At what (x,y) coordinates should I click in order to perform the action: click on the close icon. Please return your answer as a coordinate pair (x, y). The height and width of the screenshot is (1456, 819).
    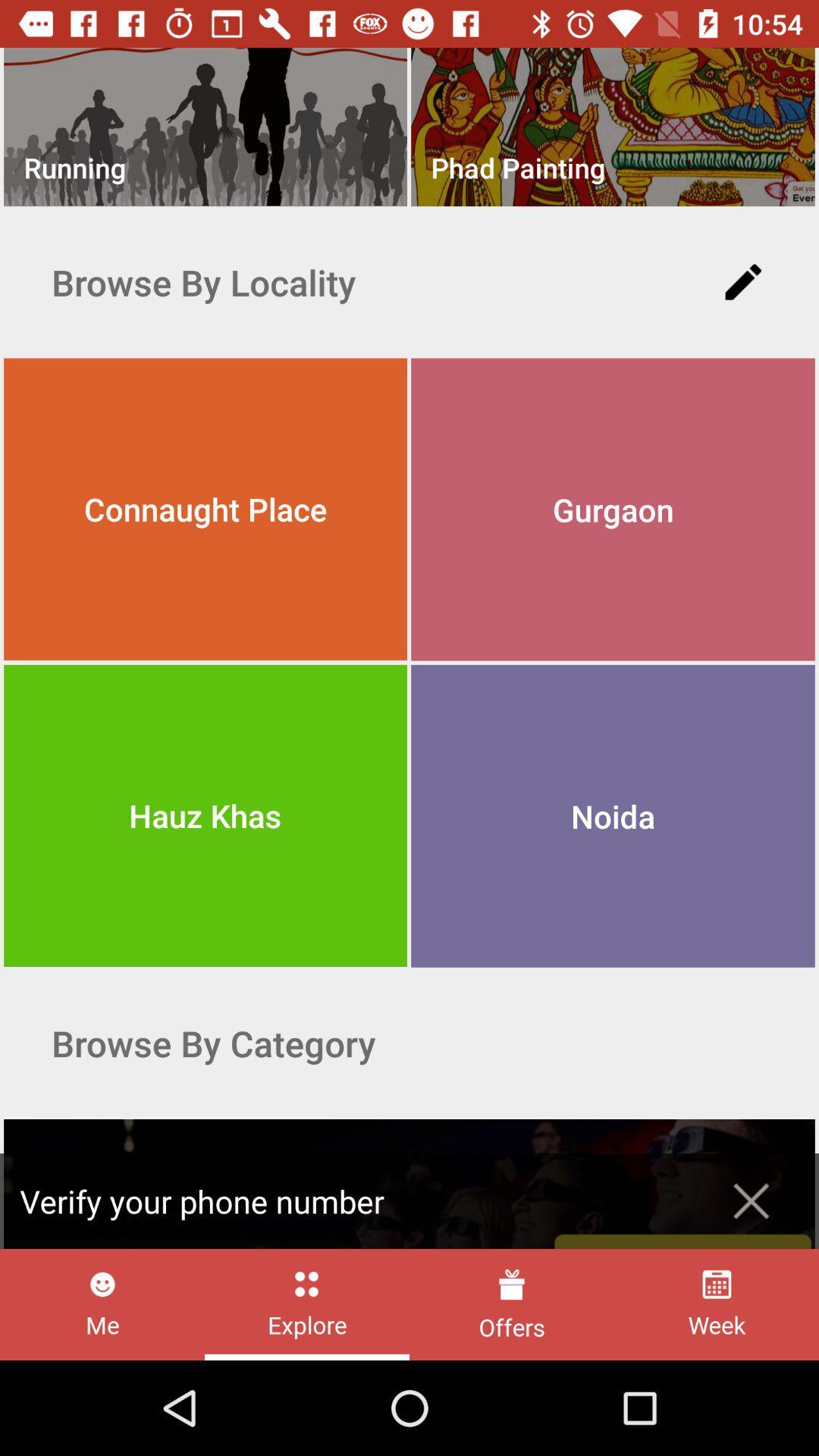
    Looking at the image, I should click on (751, 1200).